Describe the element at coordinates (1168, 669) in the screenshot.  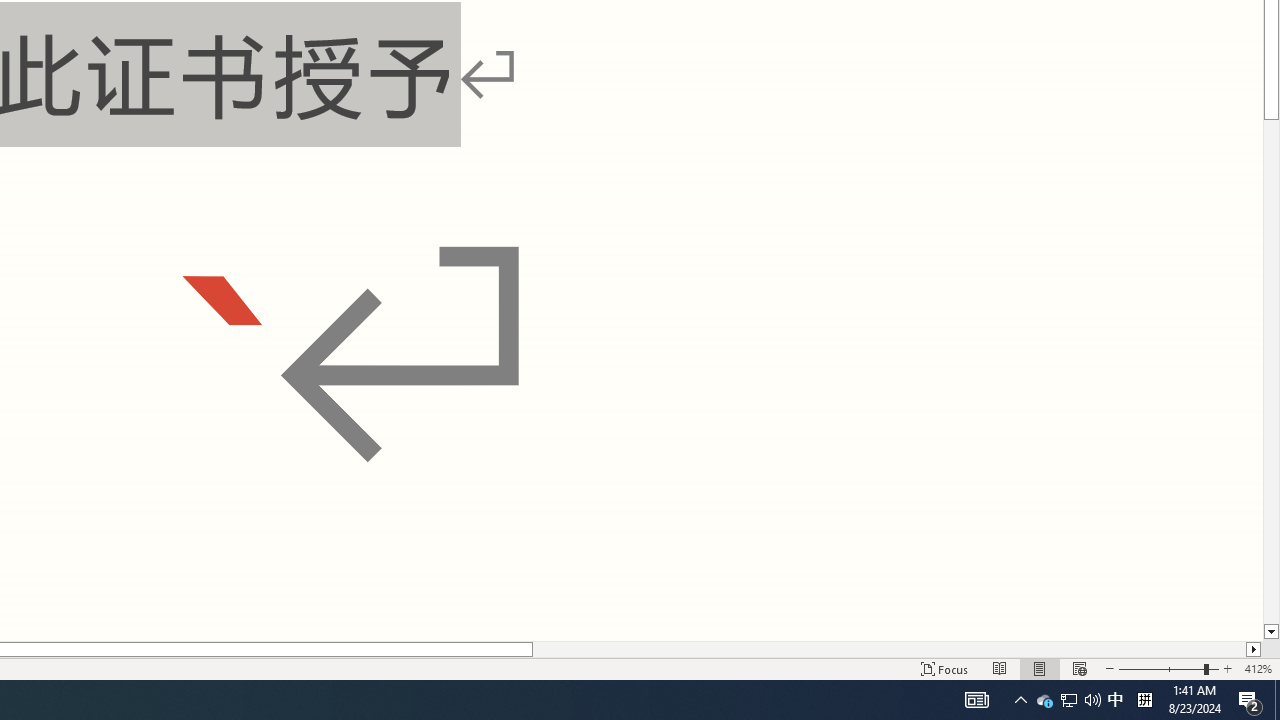
I see `'Zoom'` at that location.